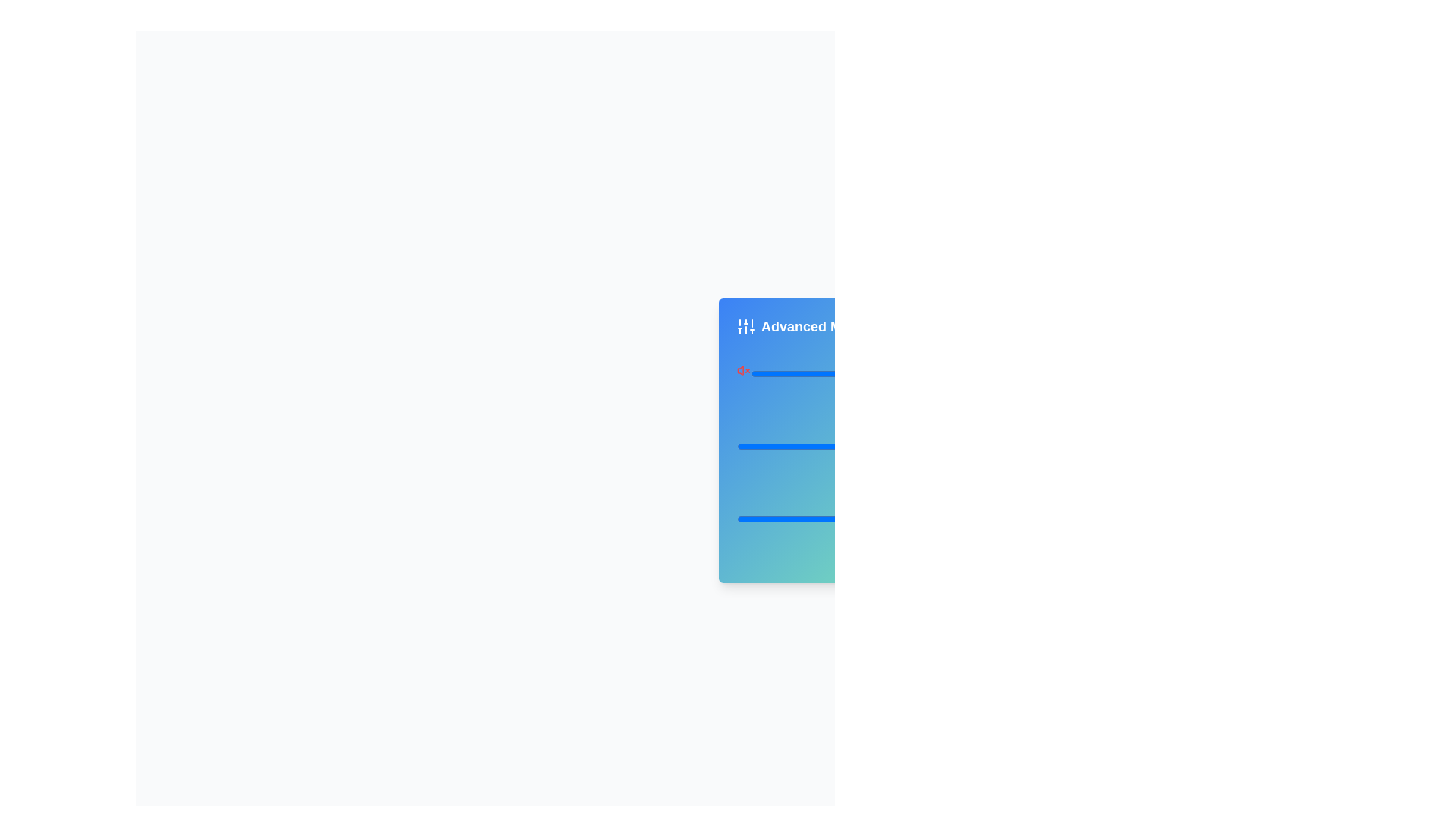 This screenshot has width=1456, height=819. Describe the element at coordinates (789, 446) in the screenshot. I see `the balance value` at that location.